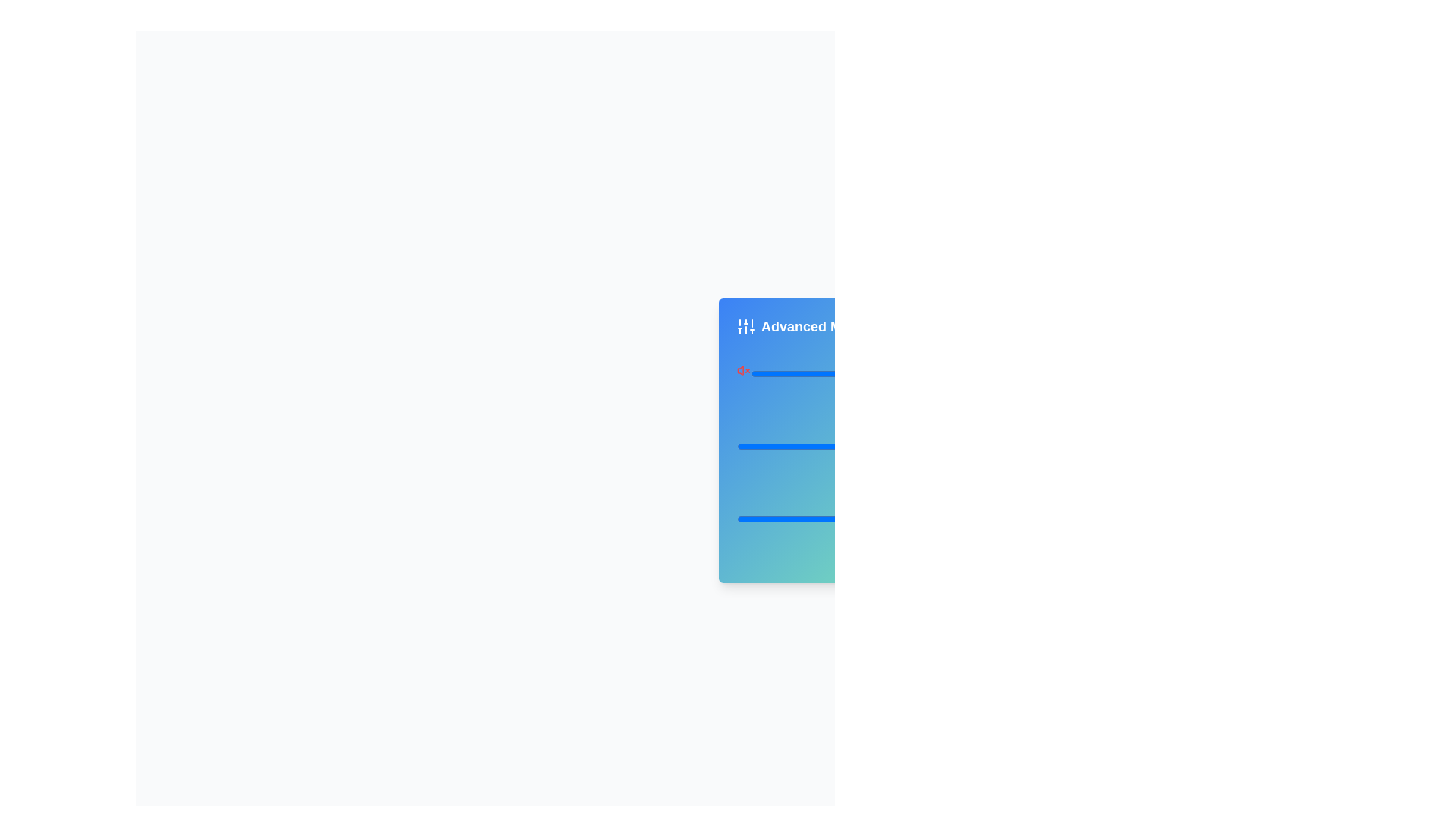 This screenshot has width=1456, height=819. Describe the element at coordinates (789, 446) in the screenshot. I see `the balance value` at that location.